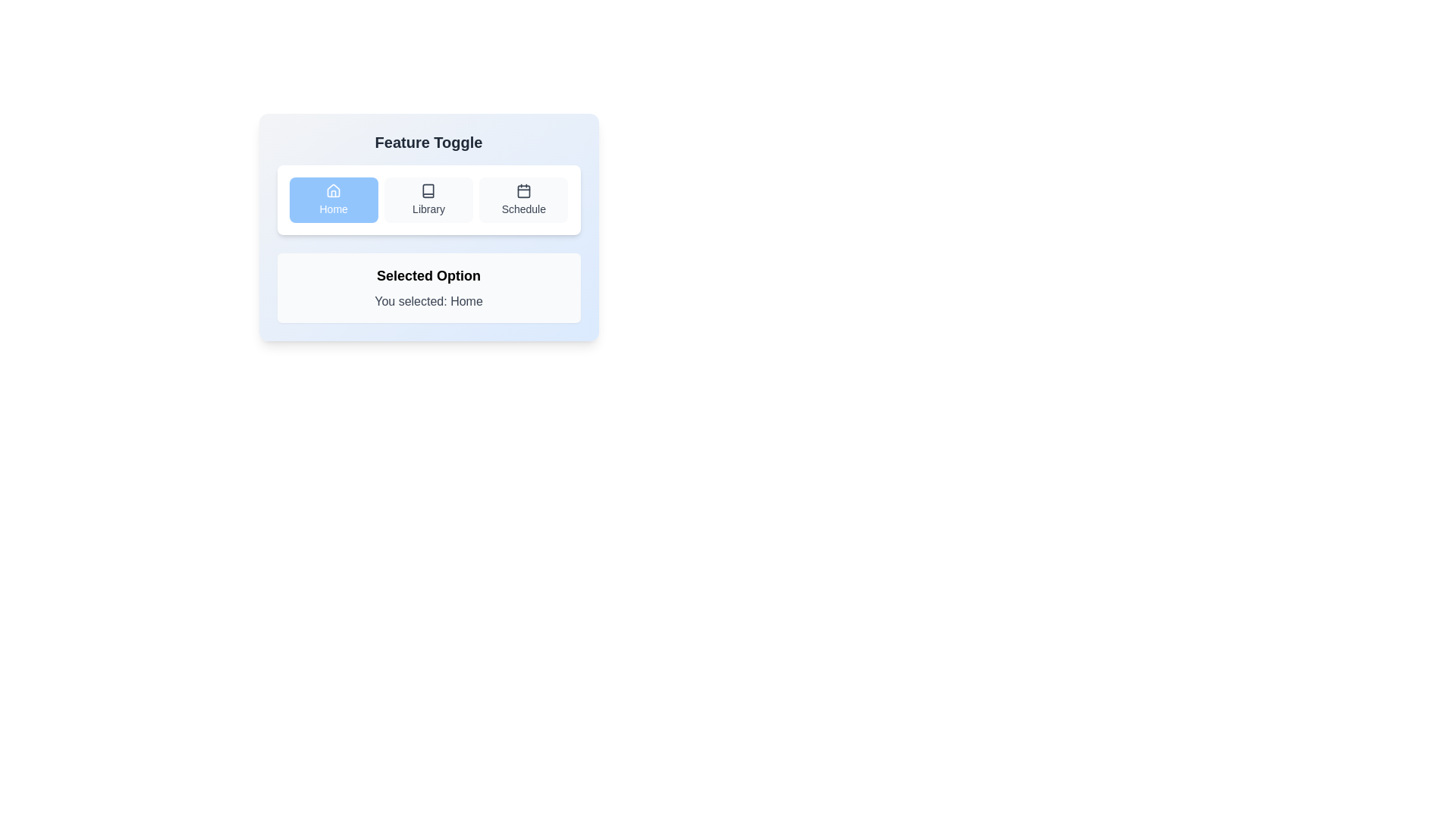  Describe the element at coordinates (523, 190) in the screenshot. I see `the rectangle with rounded corners within the calendar icon of the 'Schedule' toggle button, which is the third button in the 'Feature Toggle' section` at that location.